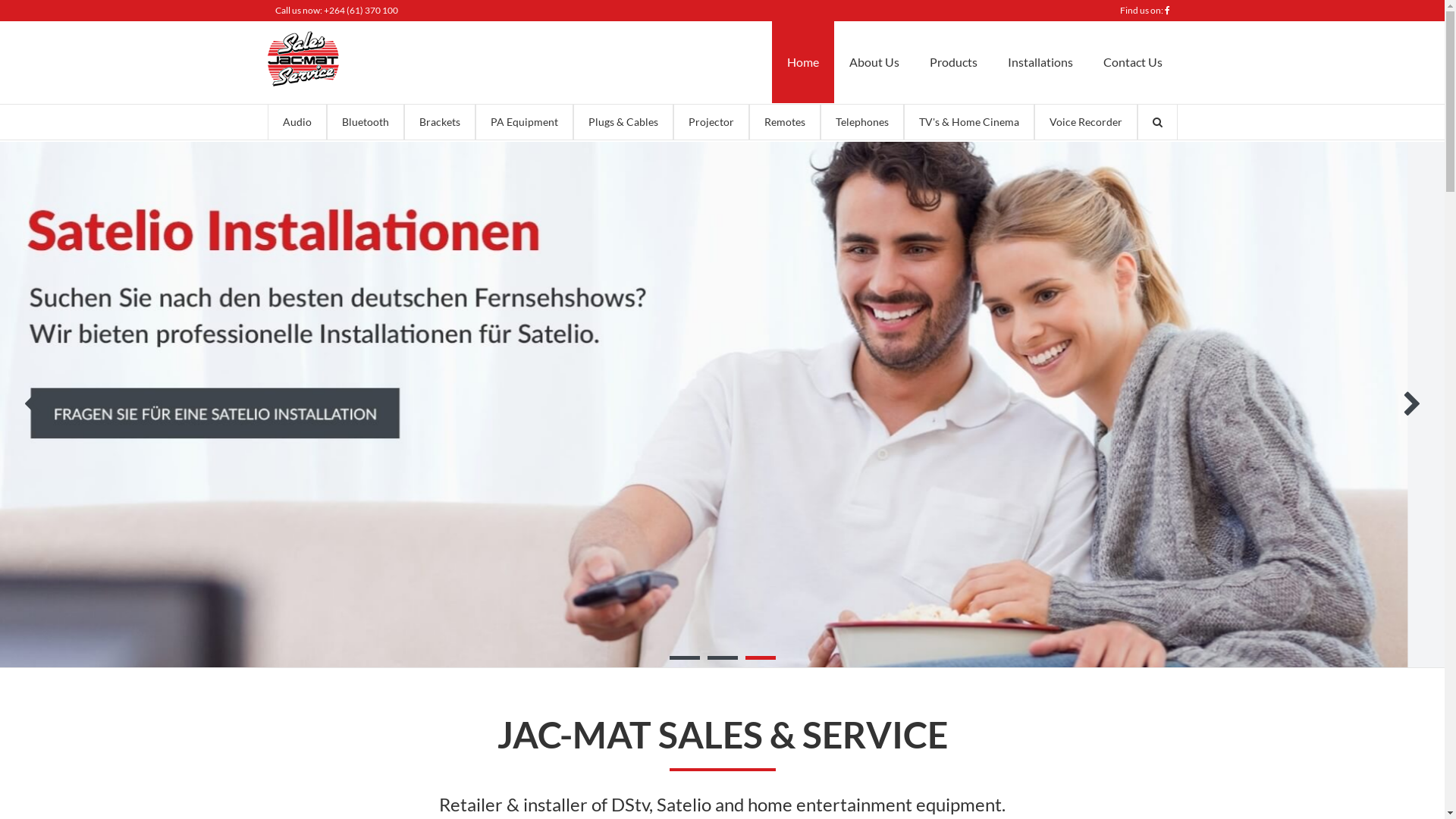 The width and height of the screenshot is (1456, 819). What do you see at coordinates (968, 121) in the screenshot?
I see `'TV's & Home Cinema'` at bounding box center [968, 121].